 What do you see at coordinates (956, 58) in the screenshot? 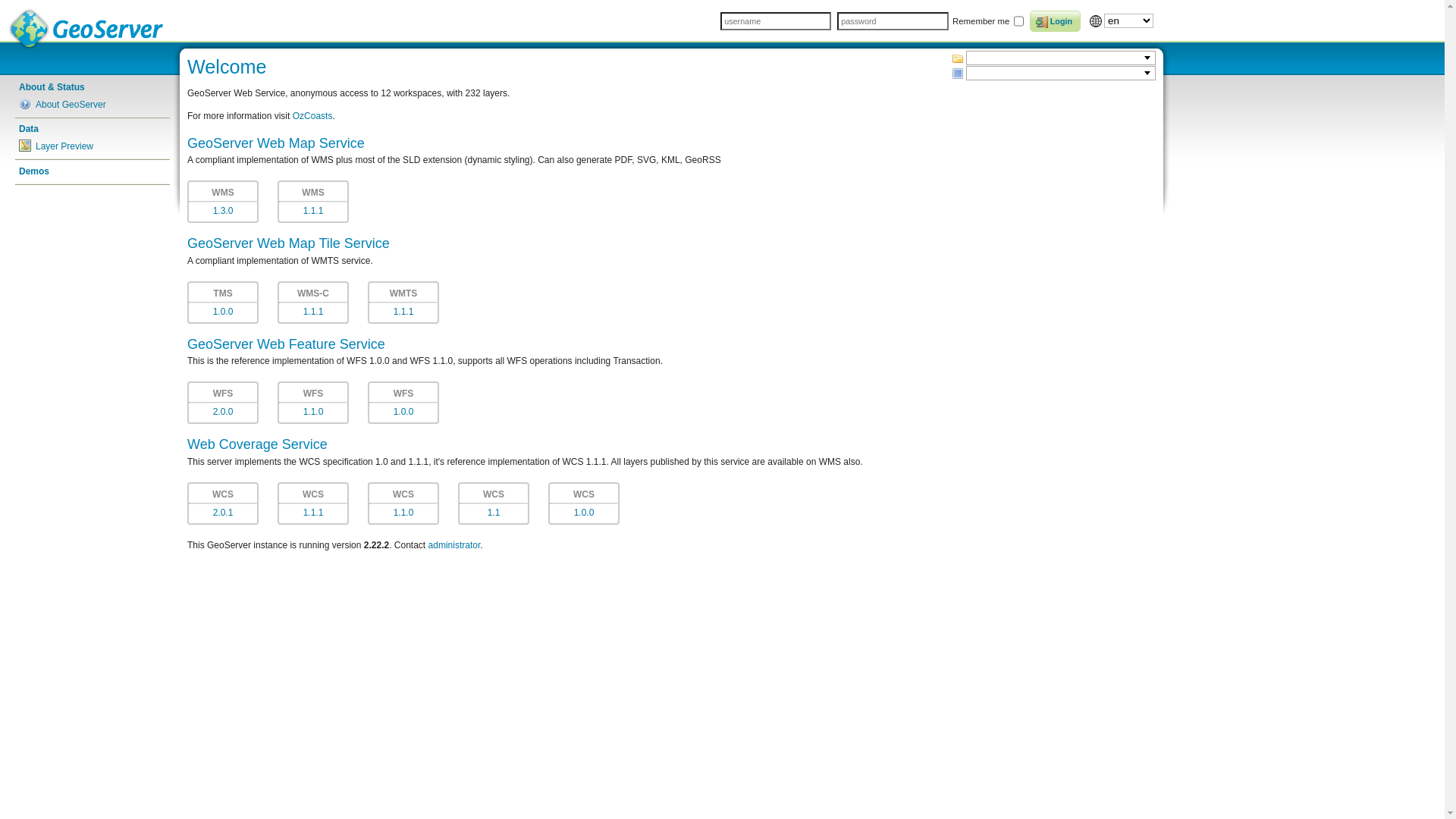
I see `'Workspace'` at bounding box center [956, 58].